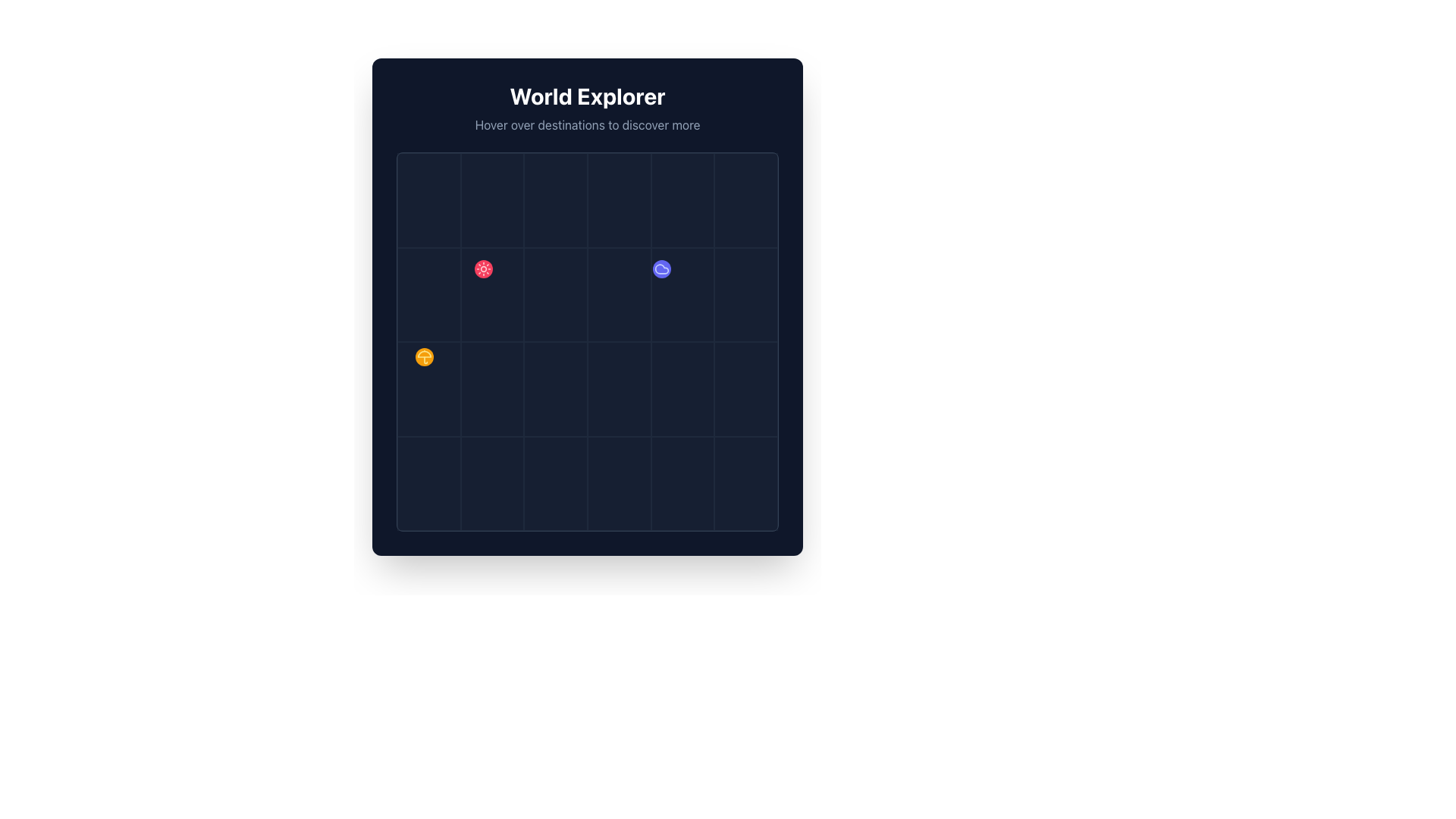 The height and width of the screenshot is (819, 1456). What do you see at coordinates (746, 199) in the screenshot?
I see `the grid cell located in the top-right corner of a 6-column by 4-row grid layout, specifically the sixth element in the first row` at bounding box center [746, 199].